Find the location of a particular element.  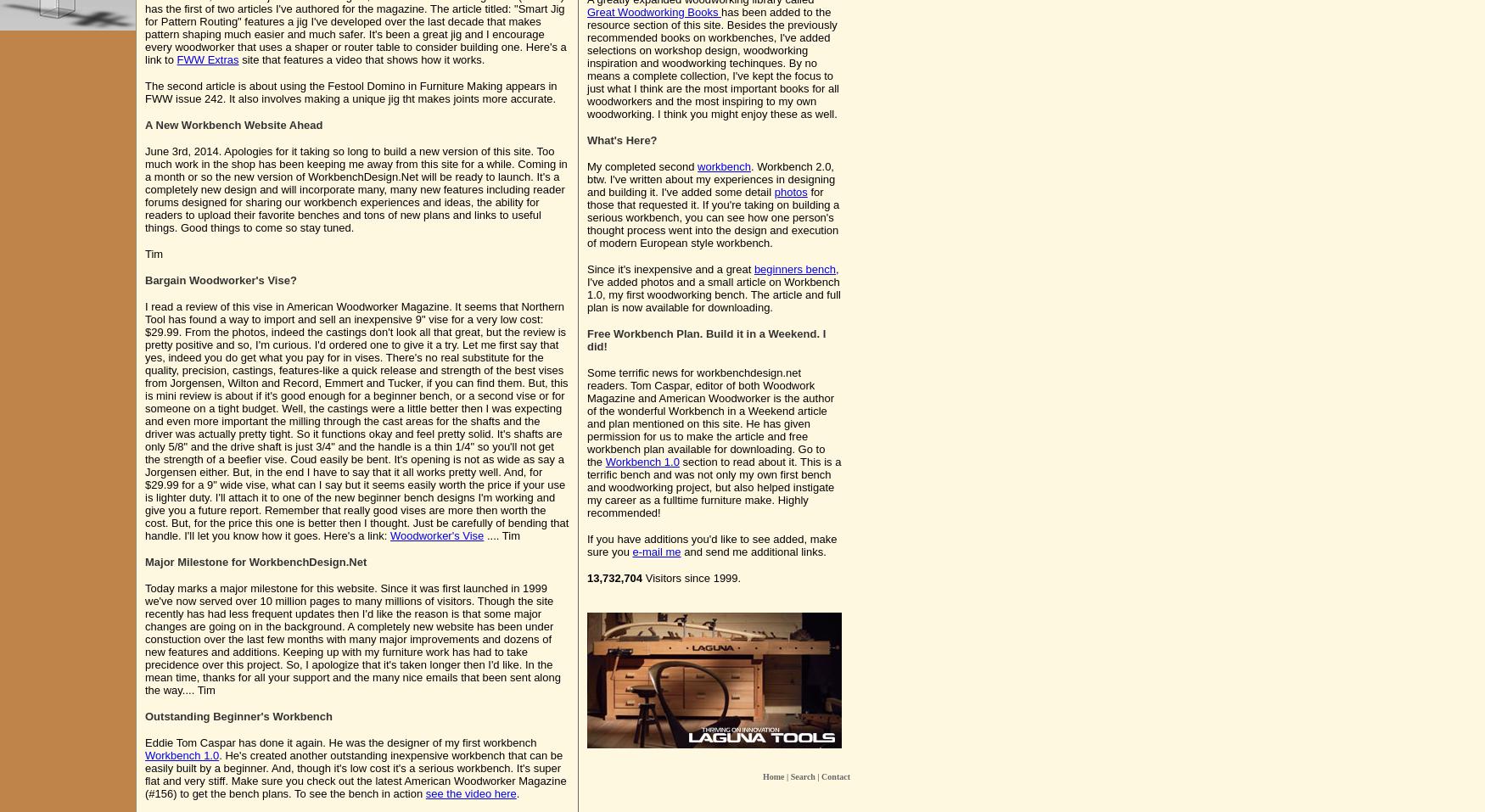

'If 
                    you have additions you'd like to see added, make sure you' is located at coordinates (711, 545).